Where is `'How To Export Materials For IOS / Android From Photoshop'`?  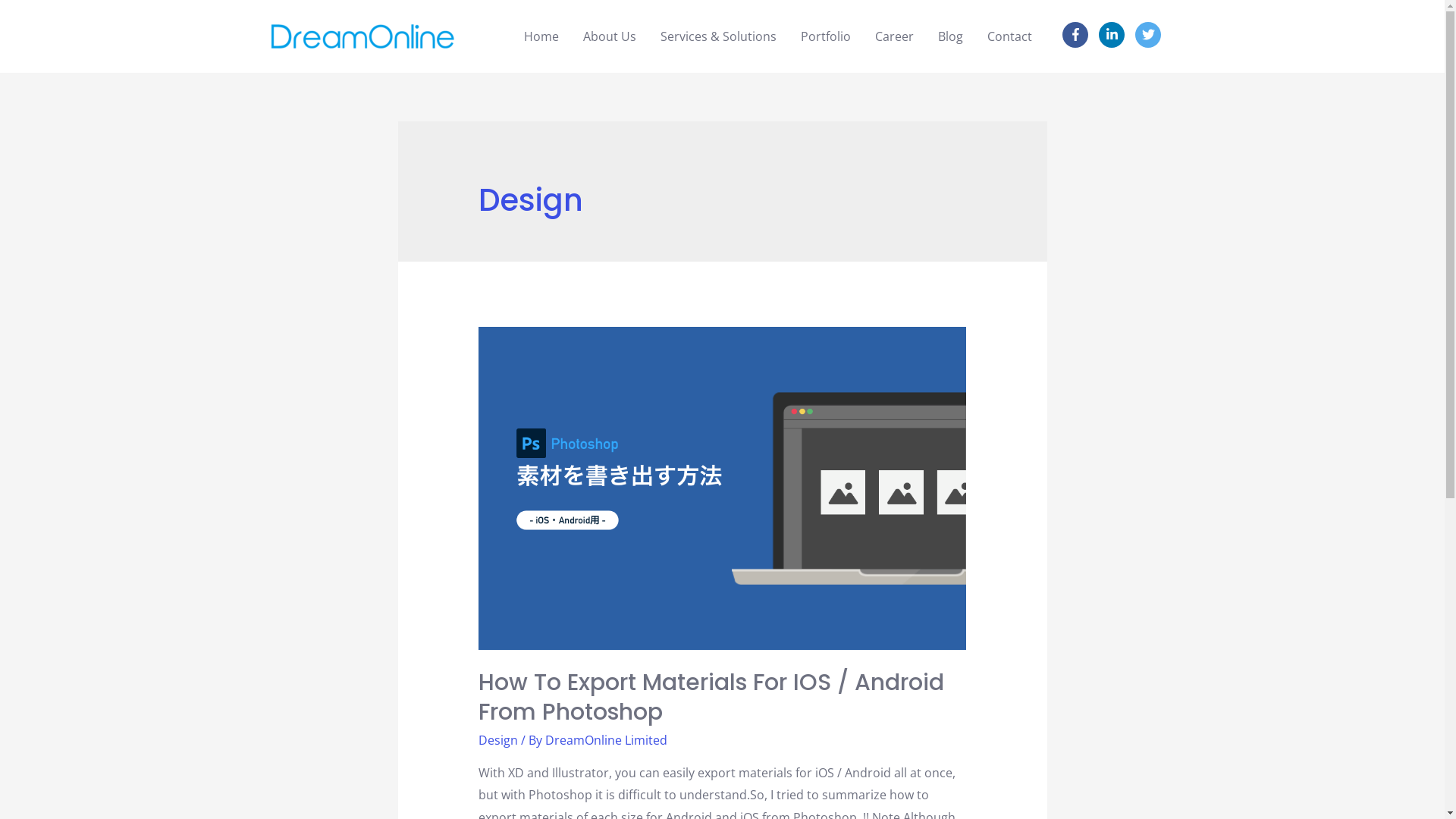
'How To Export Materials For IOS / Android From Photoshop' is located at coordinates (710, 697).